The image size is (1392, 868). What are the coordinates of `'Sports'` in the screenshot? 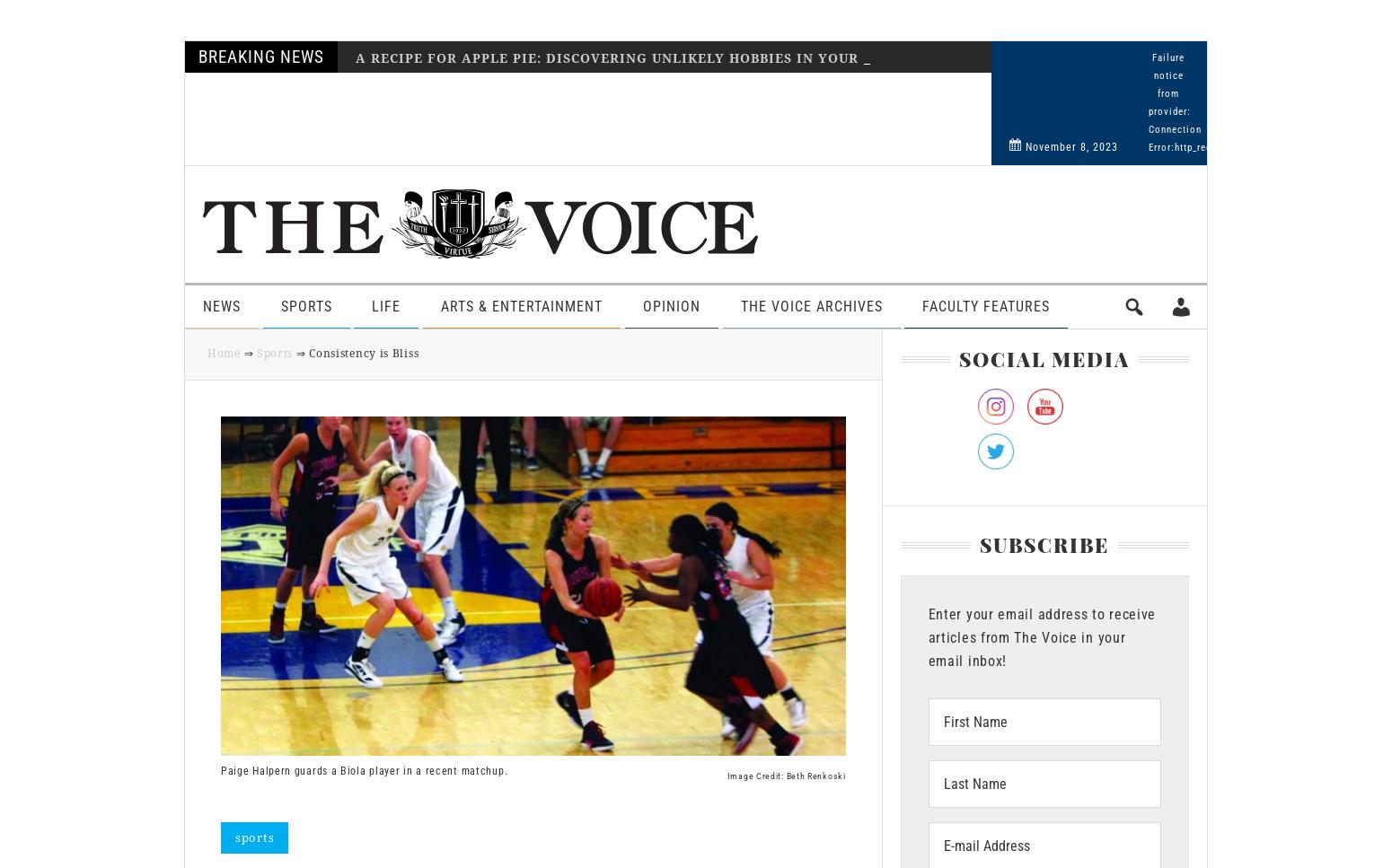 It's located at (279, 305).